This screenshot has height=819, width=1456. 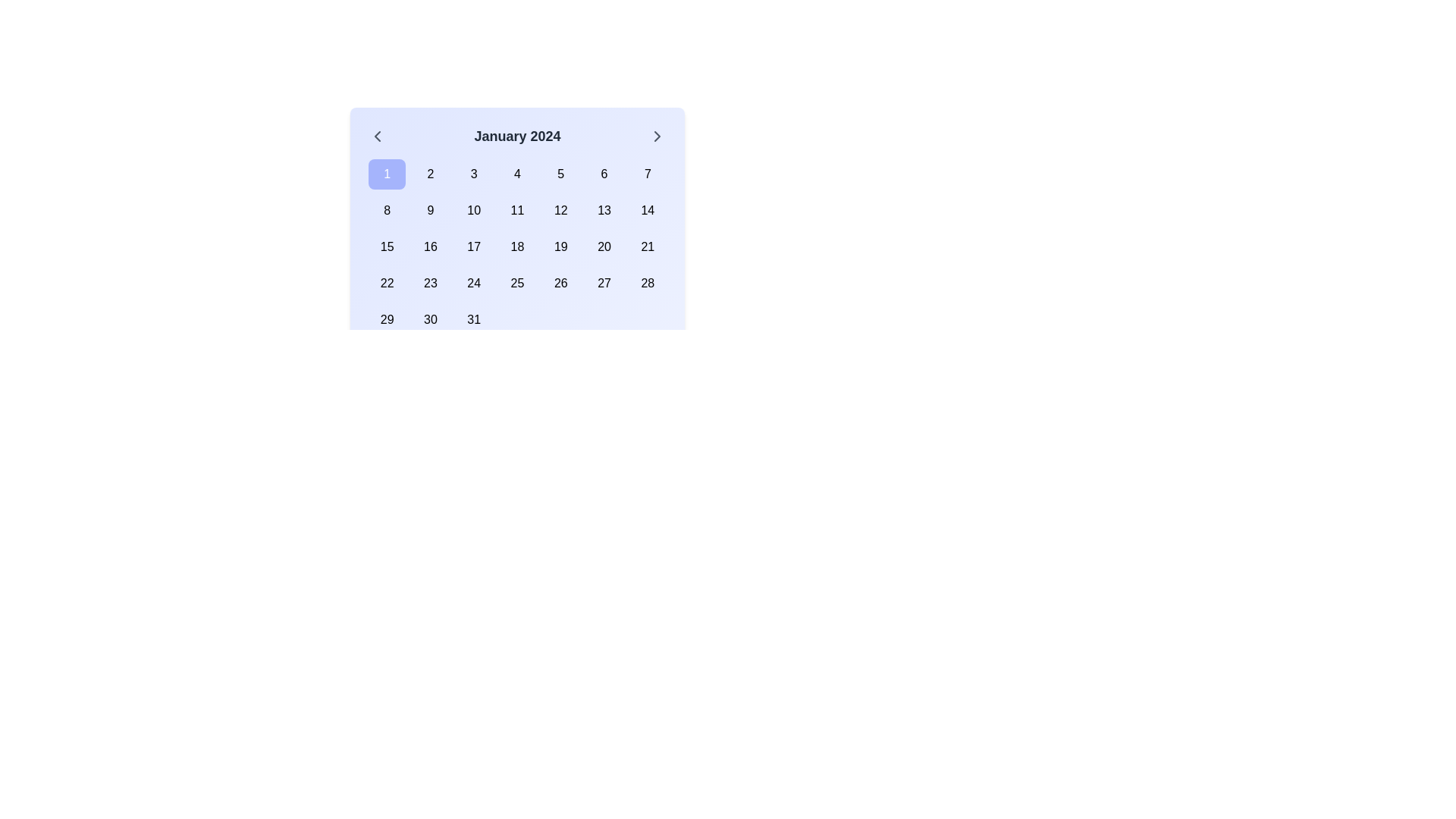 What do you see at coordinates (560, 246) in the screenshot?
I see `the button displaying the number '19' in the calendar grid` at bounding box center [560, 246].